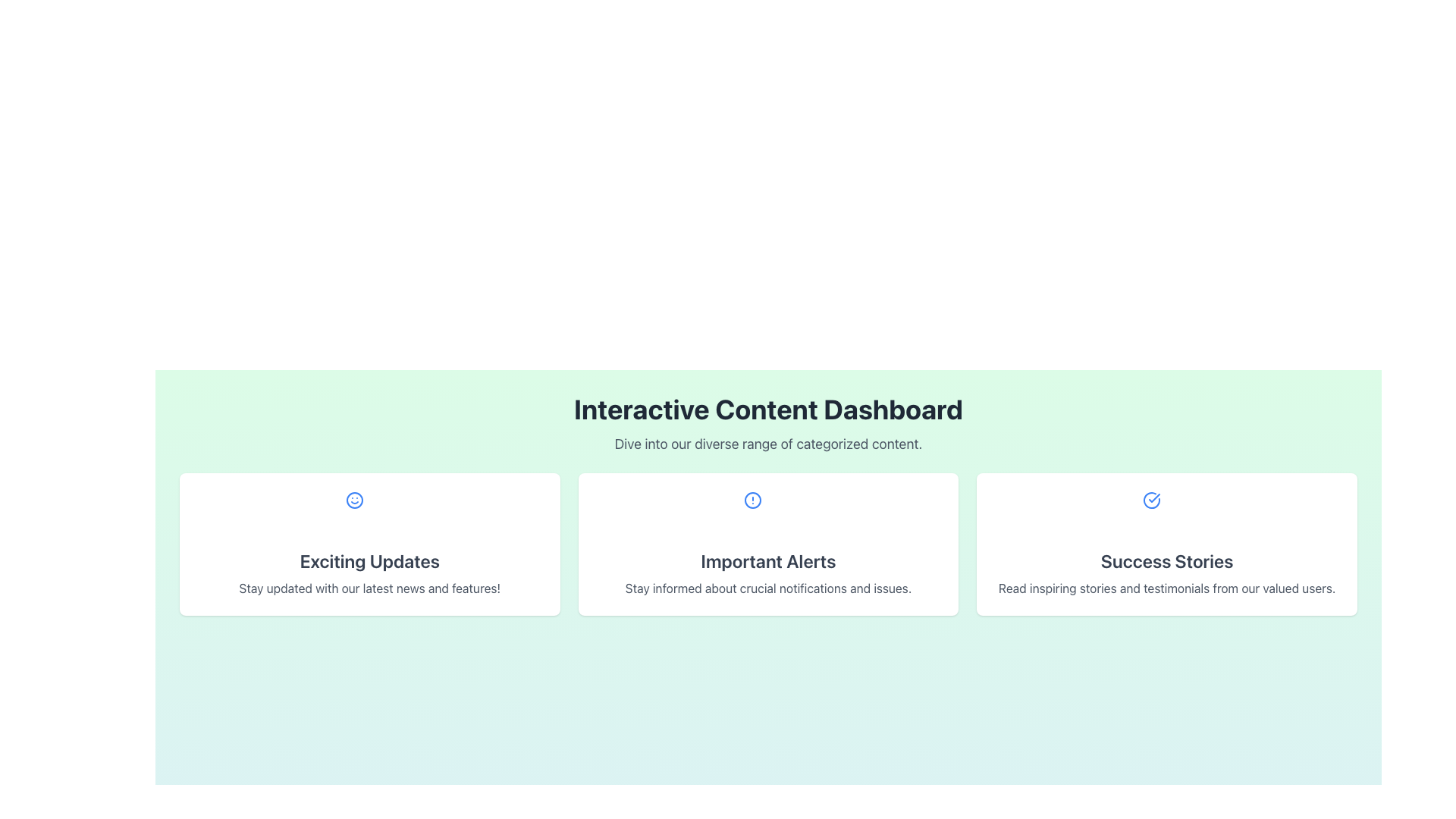  What do you see at coordinates (1166, 587) in the screenshot?
I see `the static text label displaying 'Read inspiring stories and testimonials from our valued users.' which is positioned below the heading 'Success Stories'` at bounding box center [1166, 587].